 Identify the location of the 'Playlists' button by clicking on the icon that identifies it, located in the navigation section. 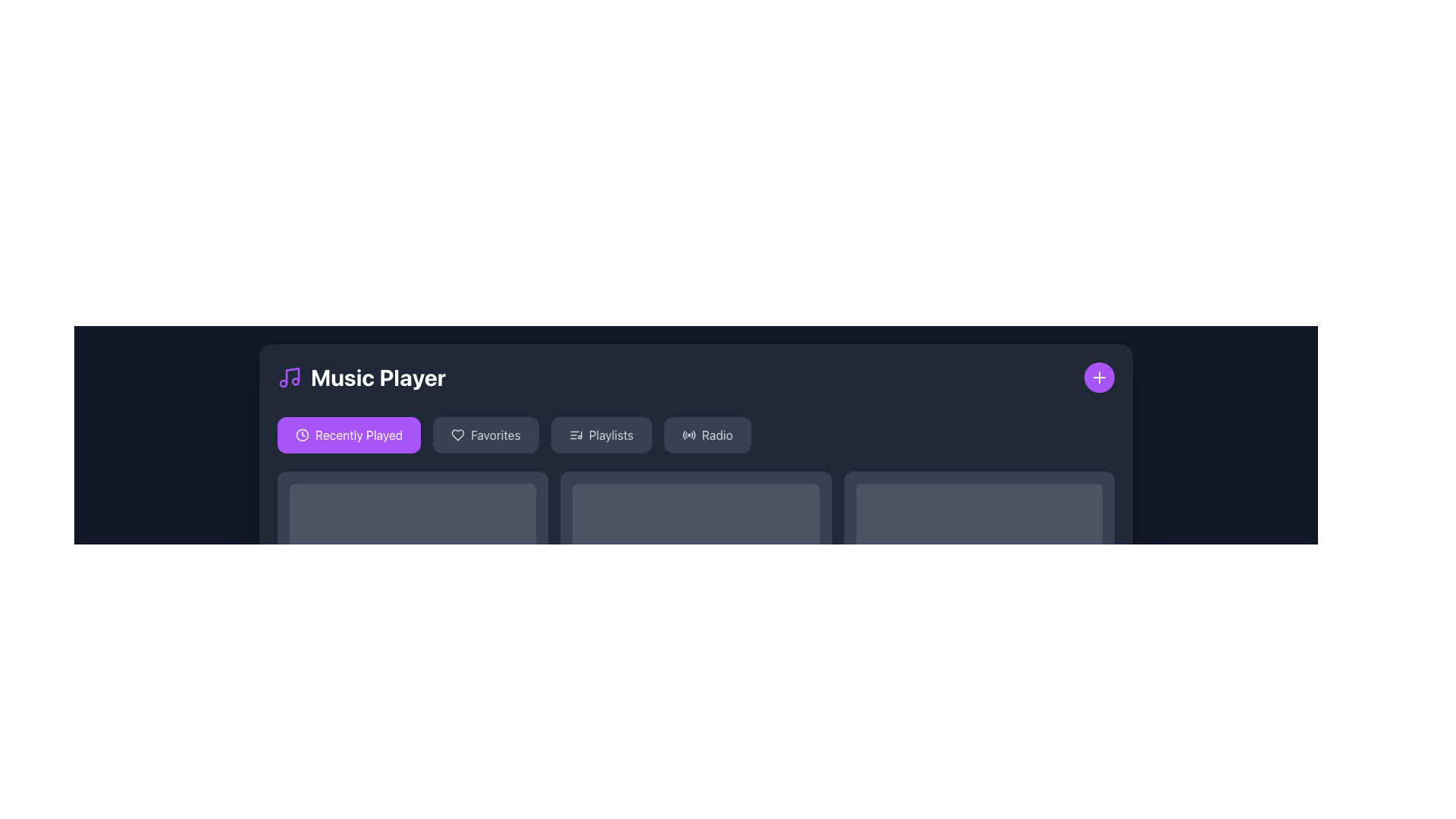
(575, 435).